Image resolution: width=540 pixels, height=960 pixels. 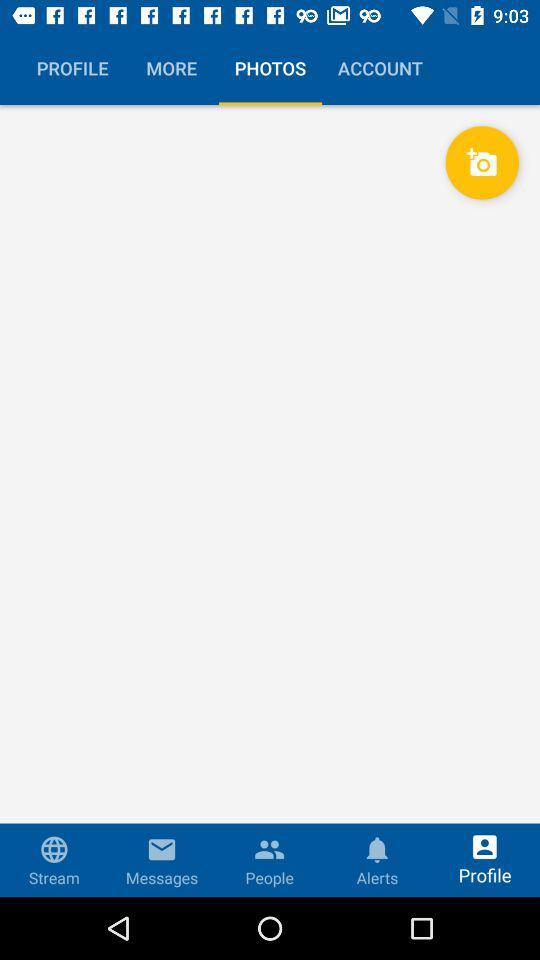 I want to click on the last but one button in the bottom menu bar, so click(x=377, y=843).